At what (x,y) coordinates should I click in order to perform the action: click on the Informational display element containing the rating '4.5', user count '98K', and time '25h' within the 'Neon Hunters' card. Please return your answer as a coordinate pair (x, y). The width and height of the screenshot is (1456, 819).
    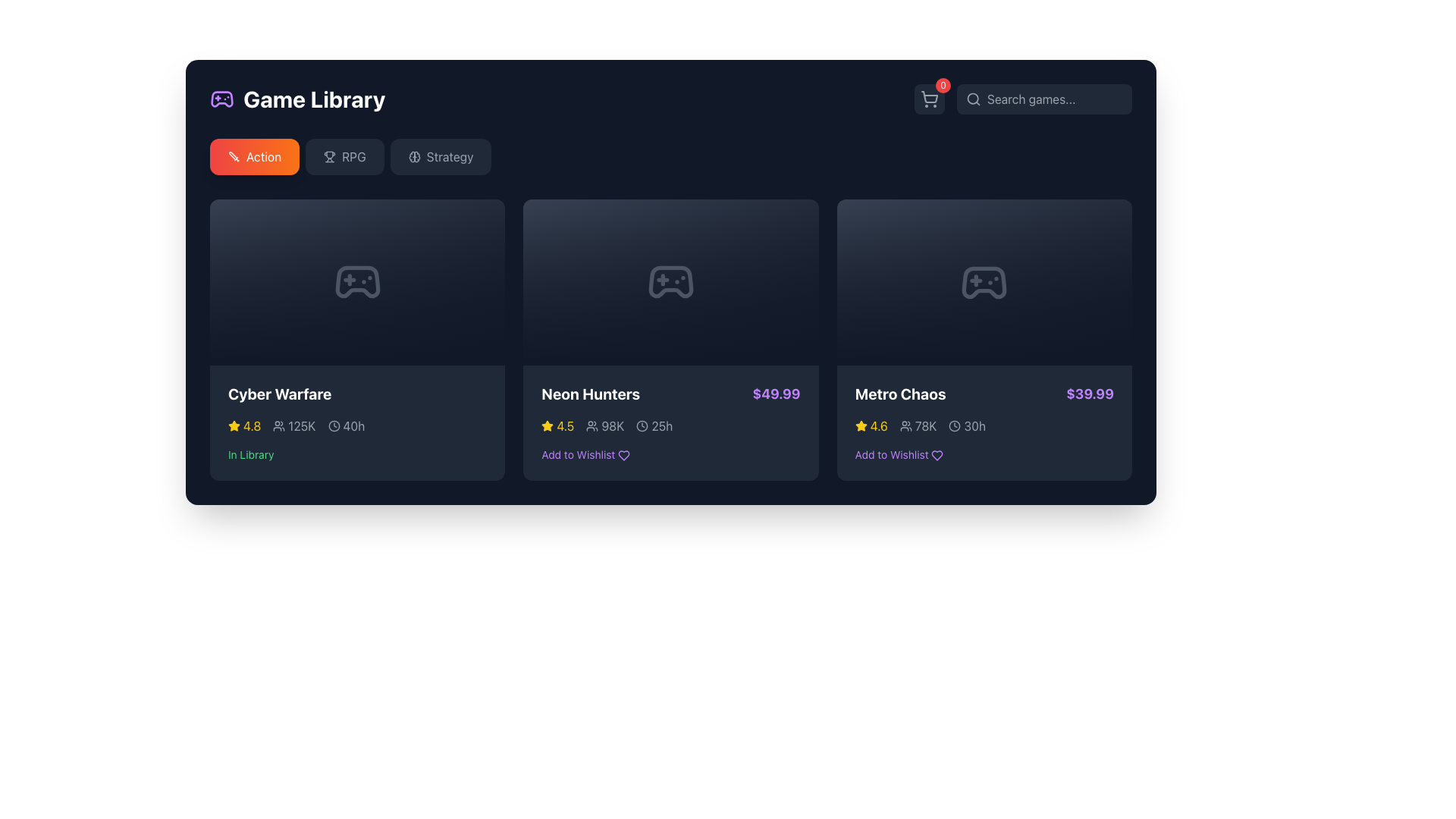
    Looking at the image, I should click on (670, 426).